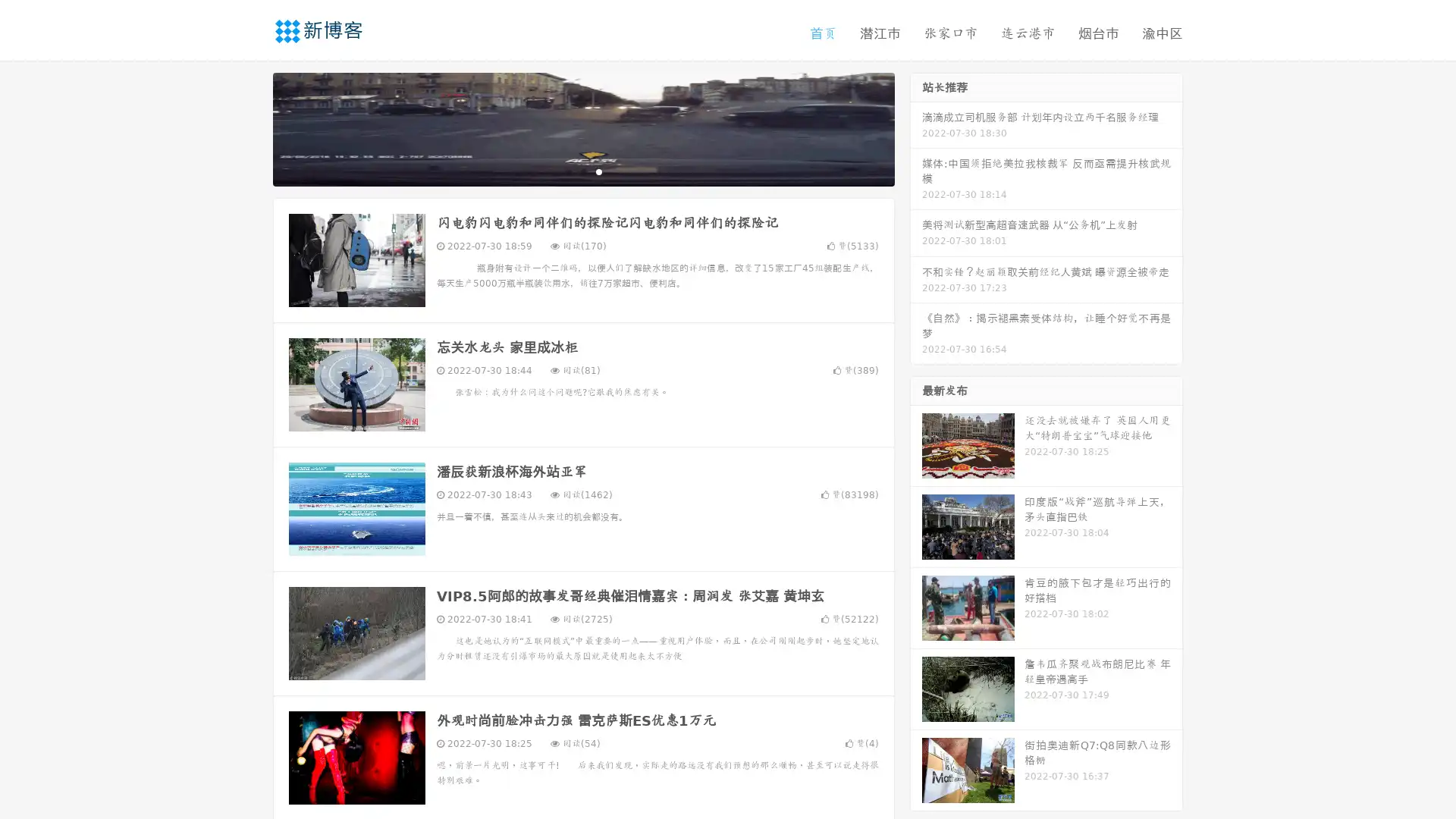  Describe the element at coordinates (250, 127) in the screenshot. I see `Previous slide` at that location.